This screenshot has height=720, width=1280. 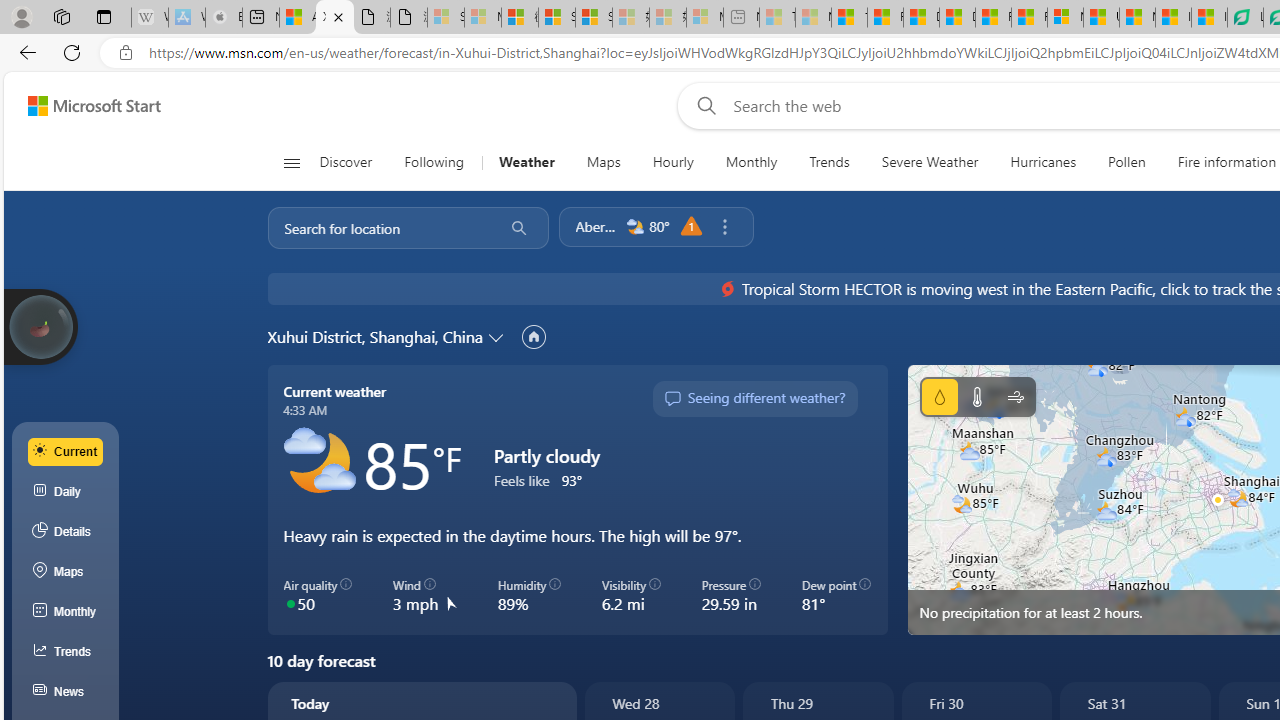 I want to click on 'Microsoft account | Account Checkup - Sleeping', so click(x=705, y=17).